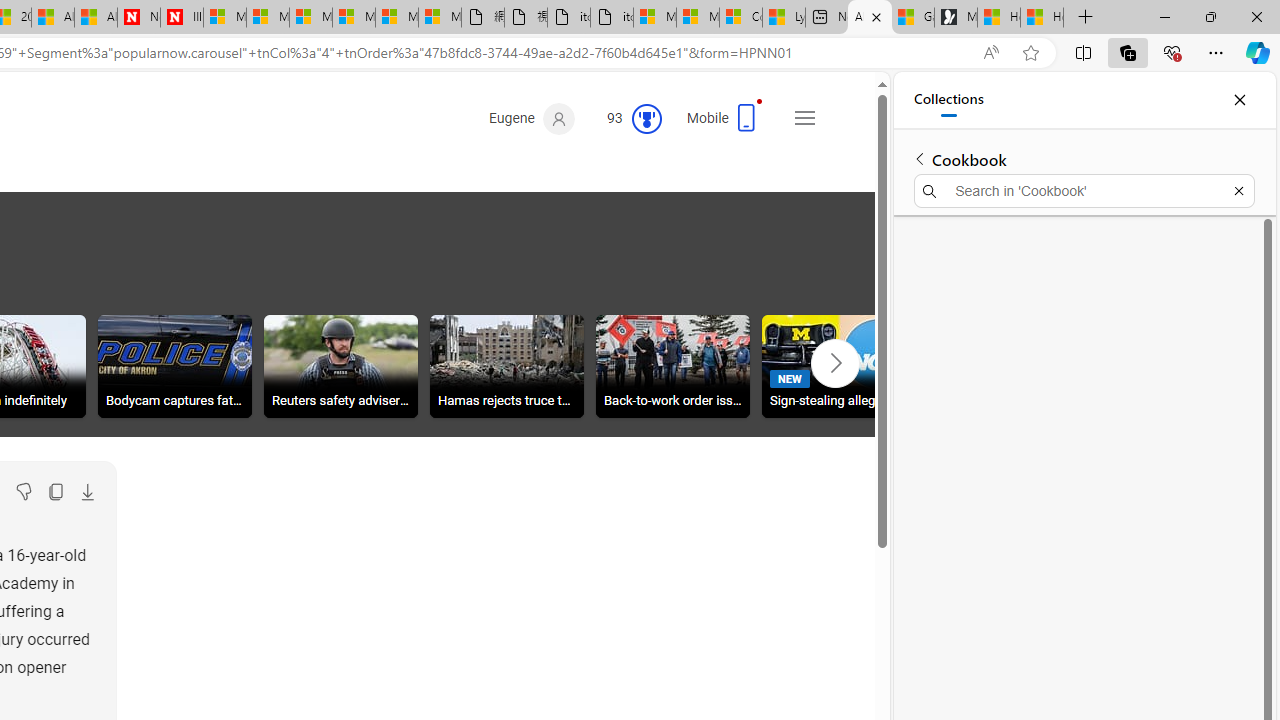  I want to click on 'itconcepthk.com/projector_solutions.mp4', so click(611, 17).